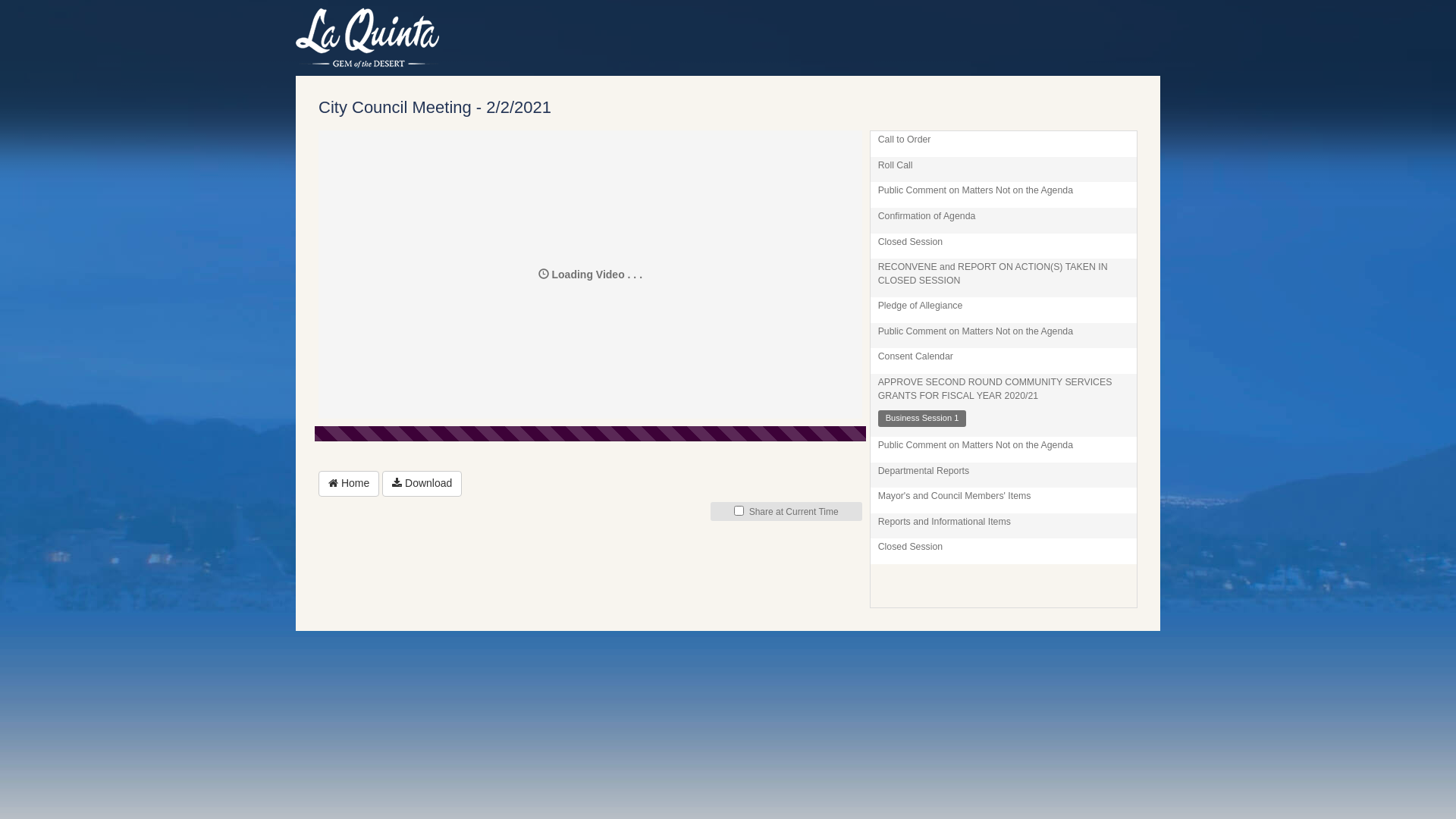  Describe the element at coordinates (295, 37) in the screenshot. I see `'City of La Quinta Meeting Video Archive'` at that location.